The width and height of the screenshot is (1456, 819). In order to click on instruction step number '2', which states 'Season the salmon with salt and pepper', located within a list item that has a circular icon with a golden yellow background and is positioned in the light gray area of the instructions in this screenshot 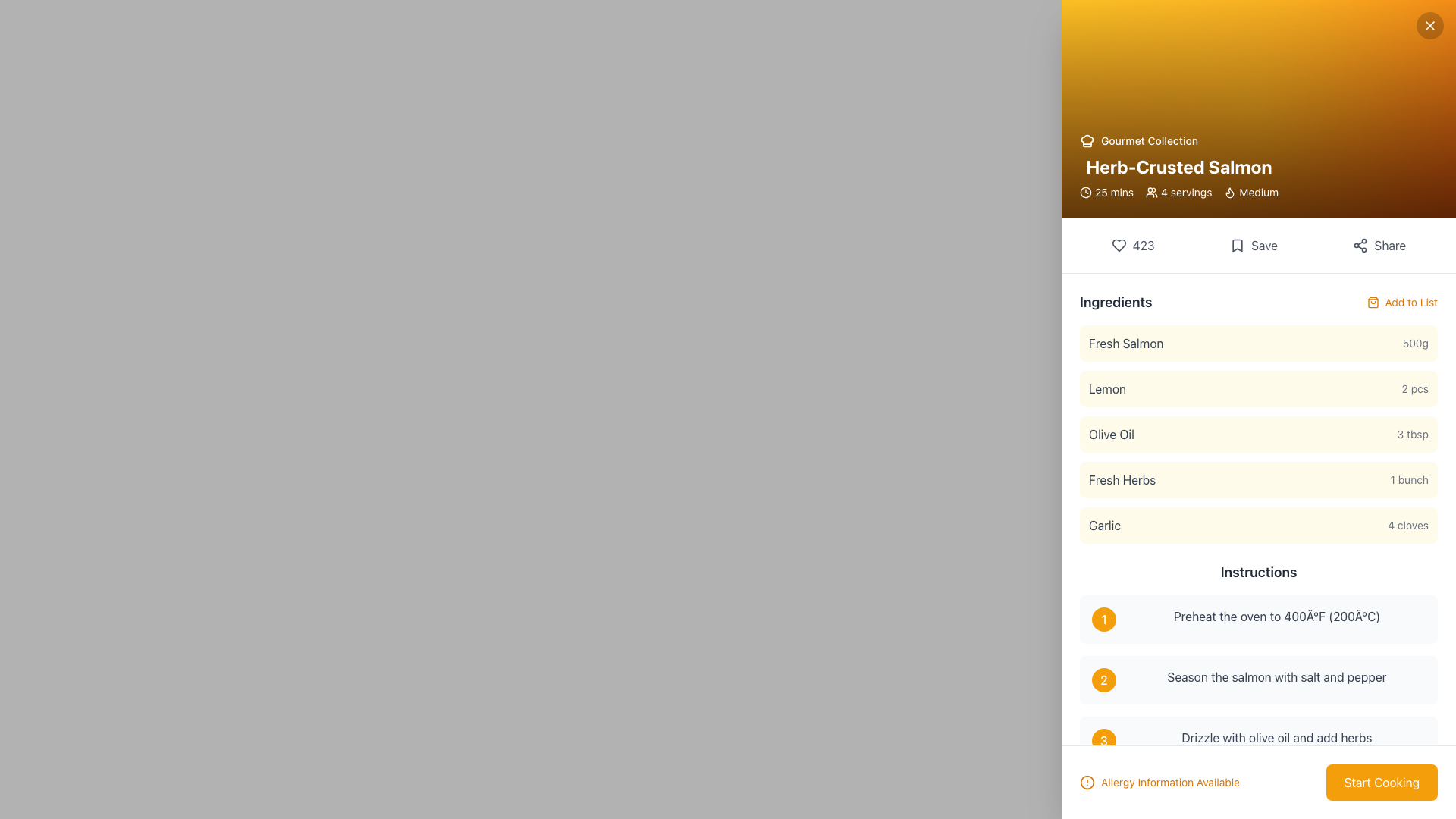, I will do `click(1259, 679)`.